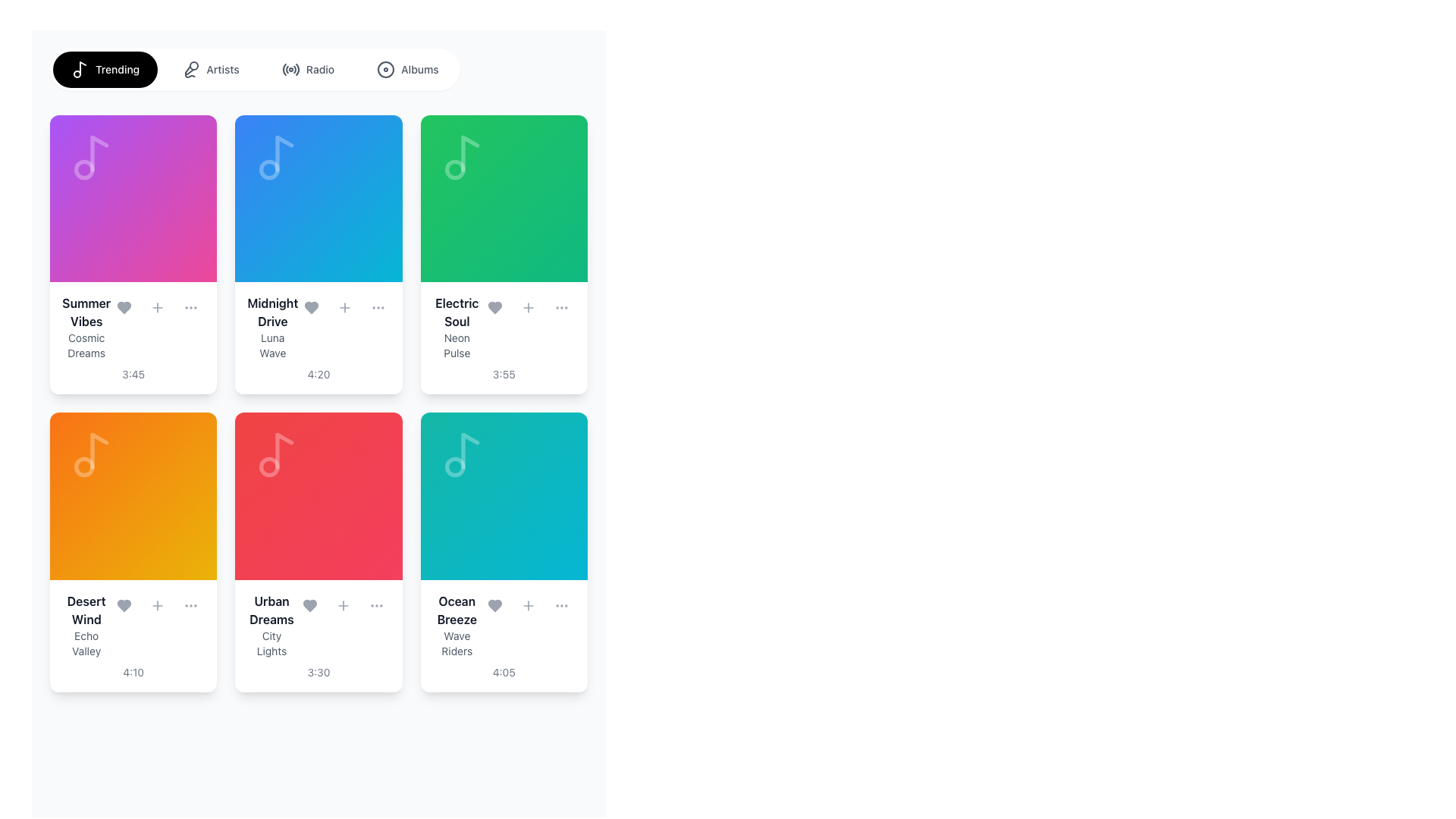  I want to click on the visual representation for the music track 'Urban Dreams', which is the second card in the second row of a grid layout, so click(318, 496).